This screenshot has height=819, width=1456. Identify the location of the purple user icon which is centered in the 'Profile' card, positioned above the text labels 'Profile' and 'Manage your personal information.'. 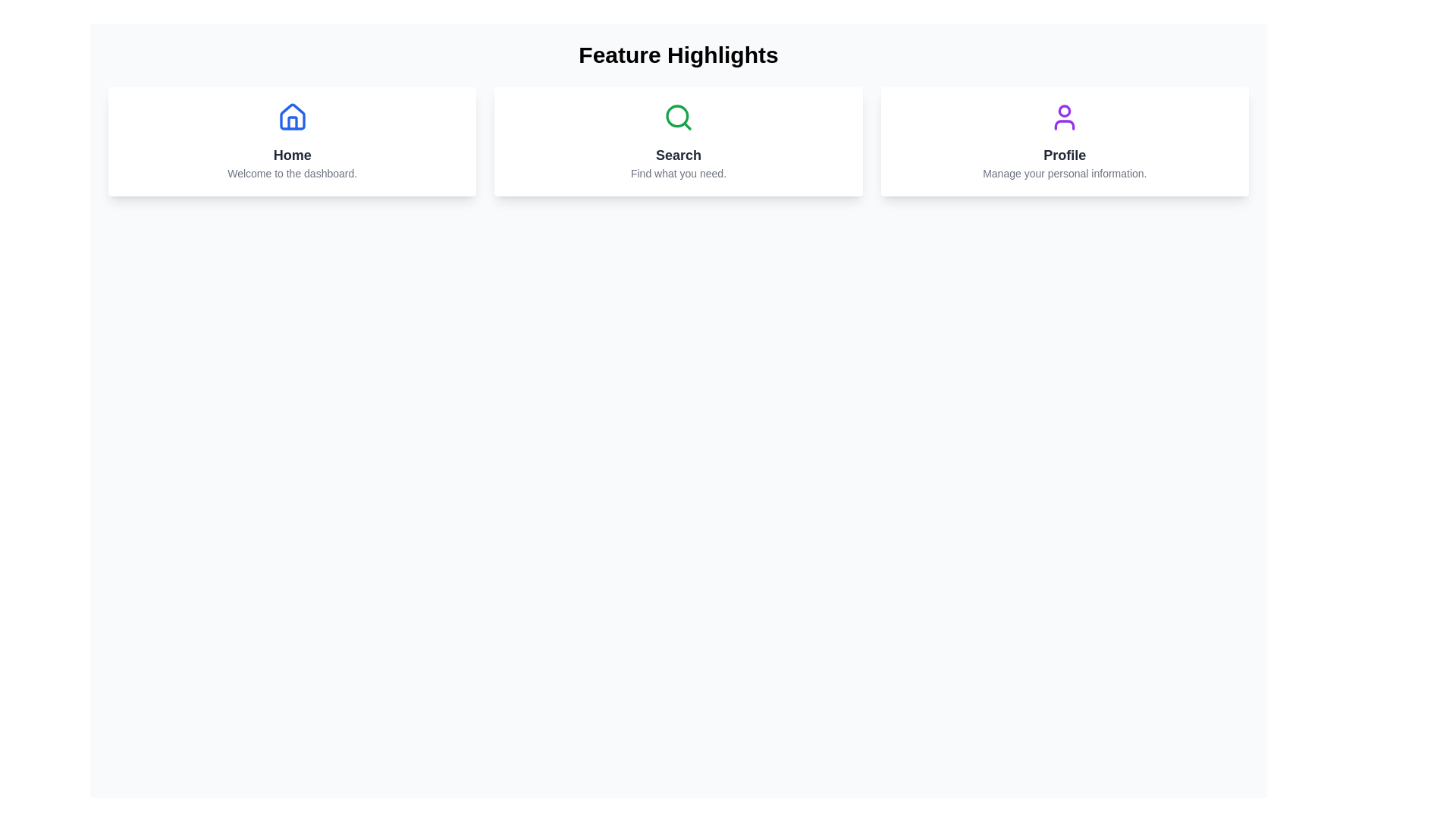
(1064, 116).